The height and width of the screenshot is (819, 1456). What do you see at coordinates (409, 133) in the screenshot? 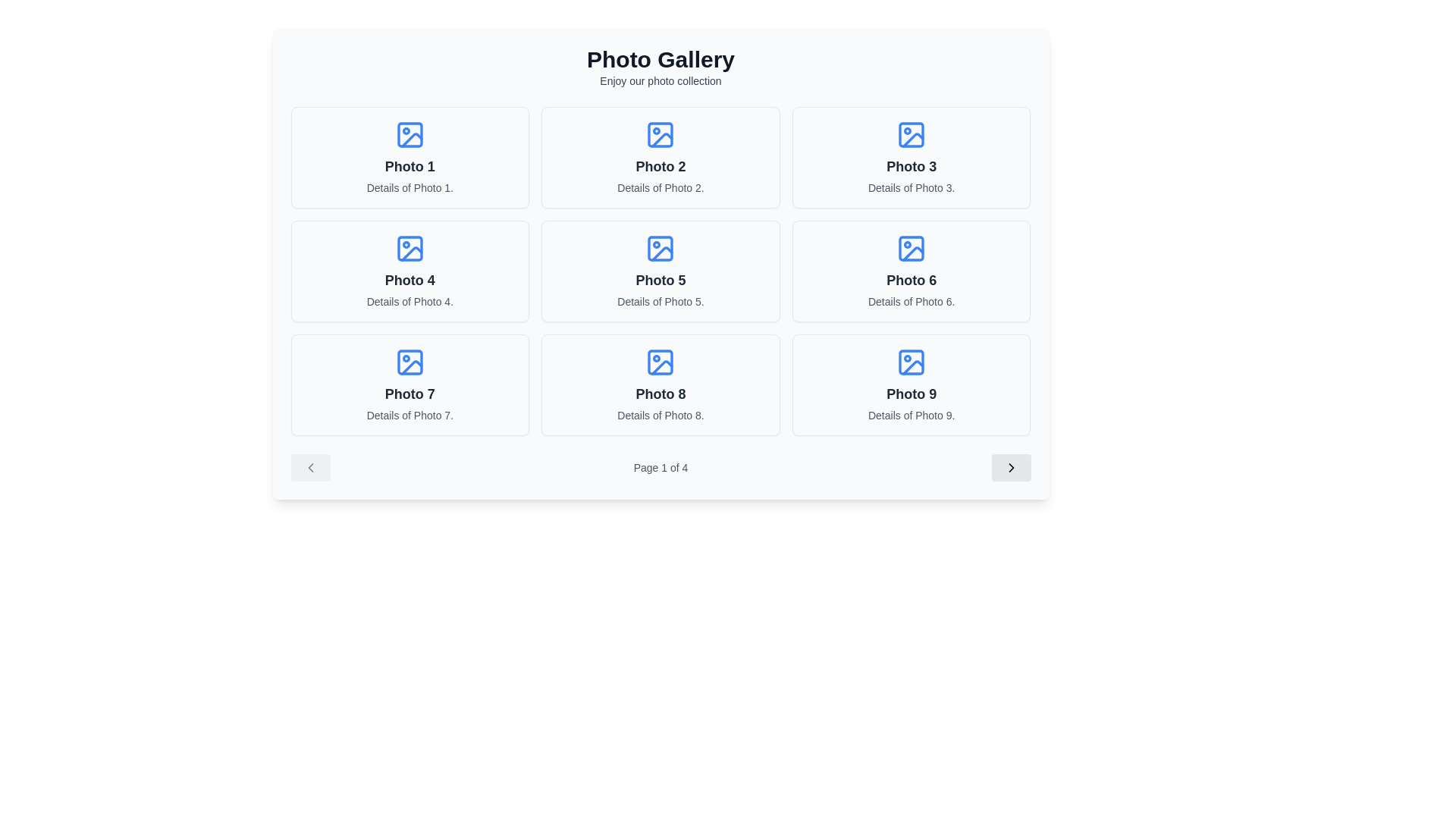
I see `the blue SVG icon representing an image with a mountain and sun design, located at the top-left corner of the grid layout, which is part of the 'Photo 1' group` at bounding box center [409, 133].